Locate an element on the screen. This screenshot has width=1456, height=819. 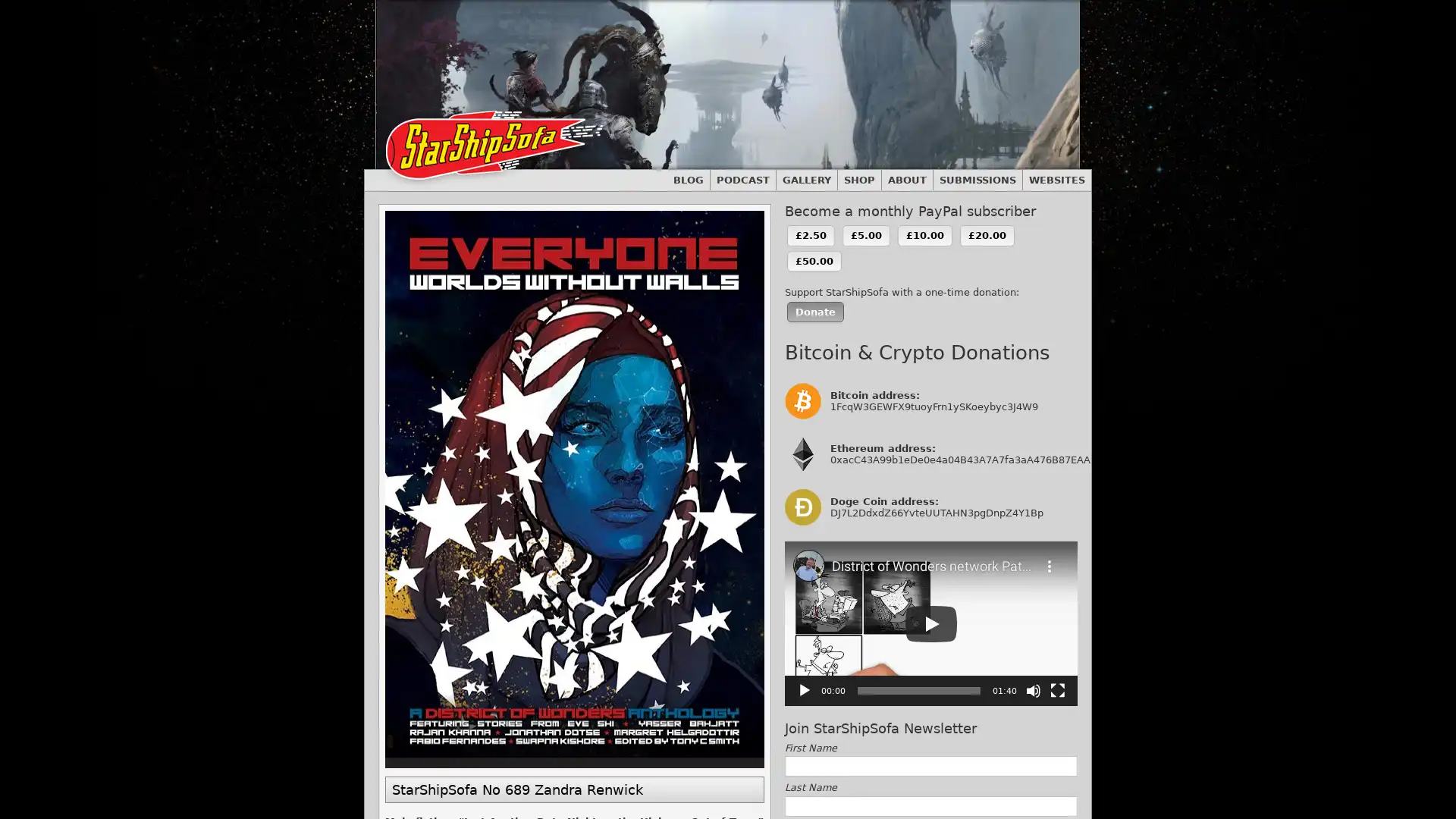
Mute is located at coordinates (1033, 690).